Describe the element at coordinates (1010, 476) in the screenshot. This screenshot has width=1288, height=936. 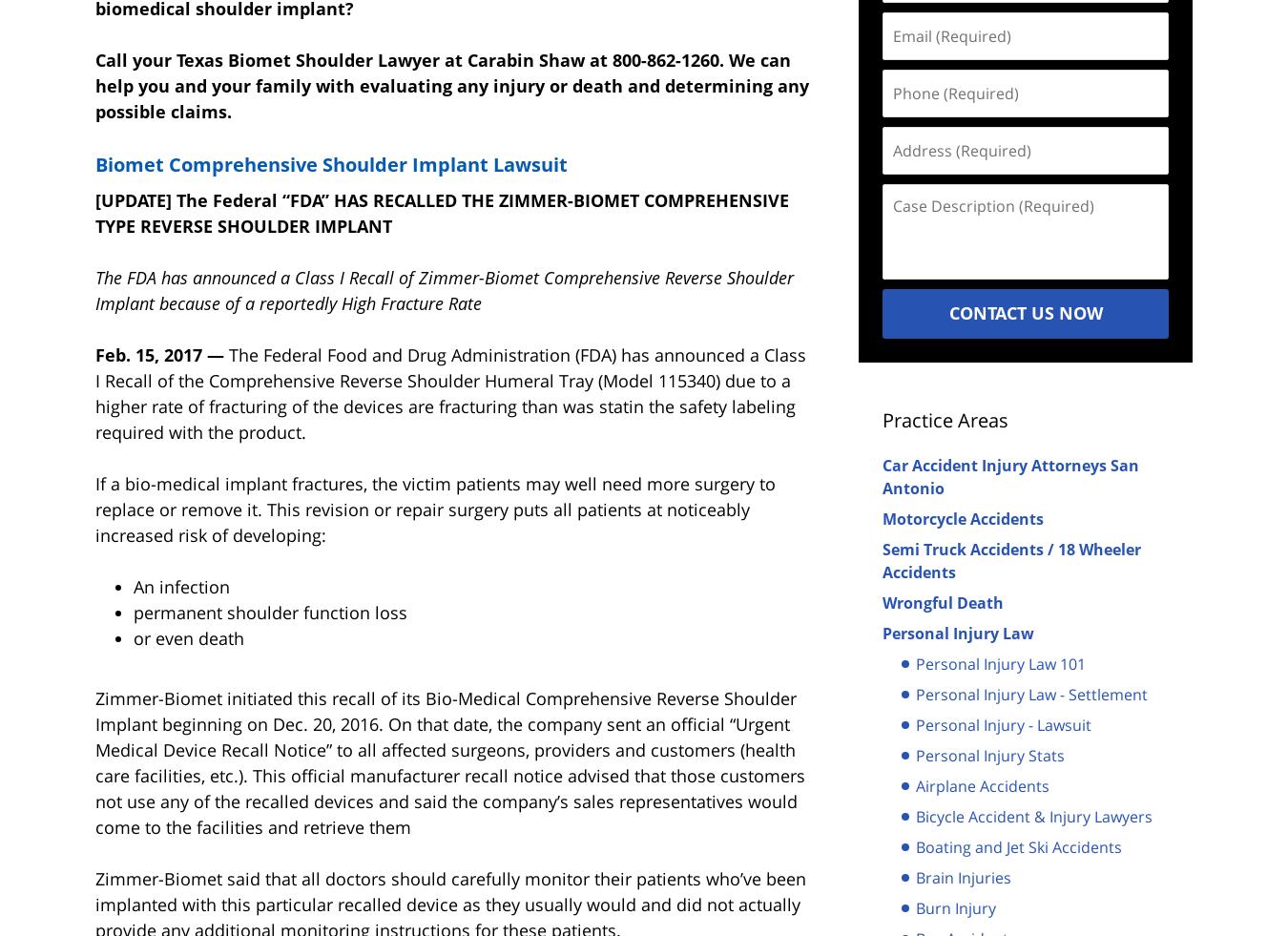
I see `'Car Accident Injury Attorneys San Antonio'` at that location.